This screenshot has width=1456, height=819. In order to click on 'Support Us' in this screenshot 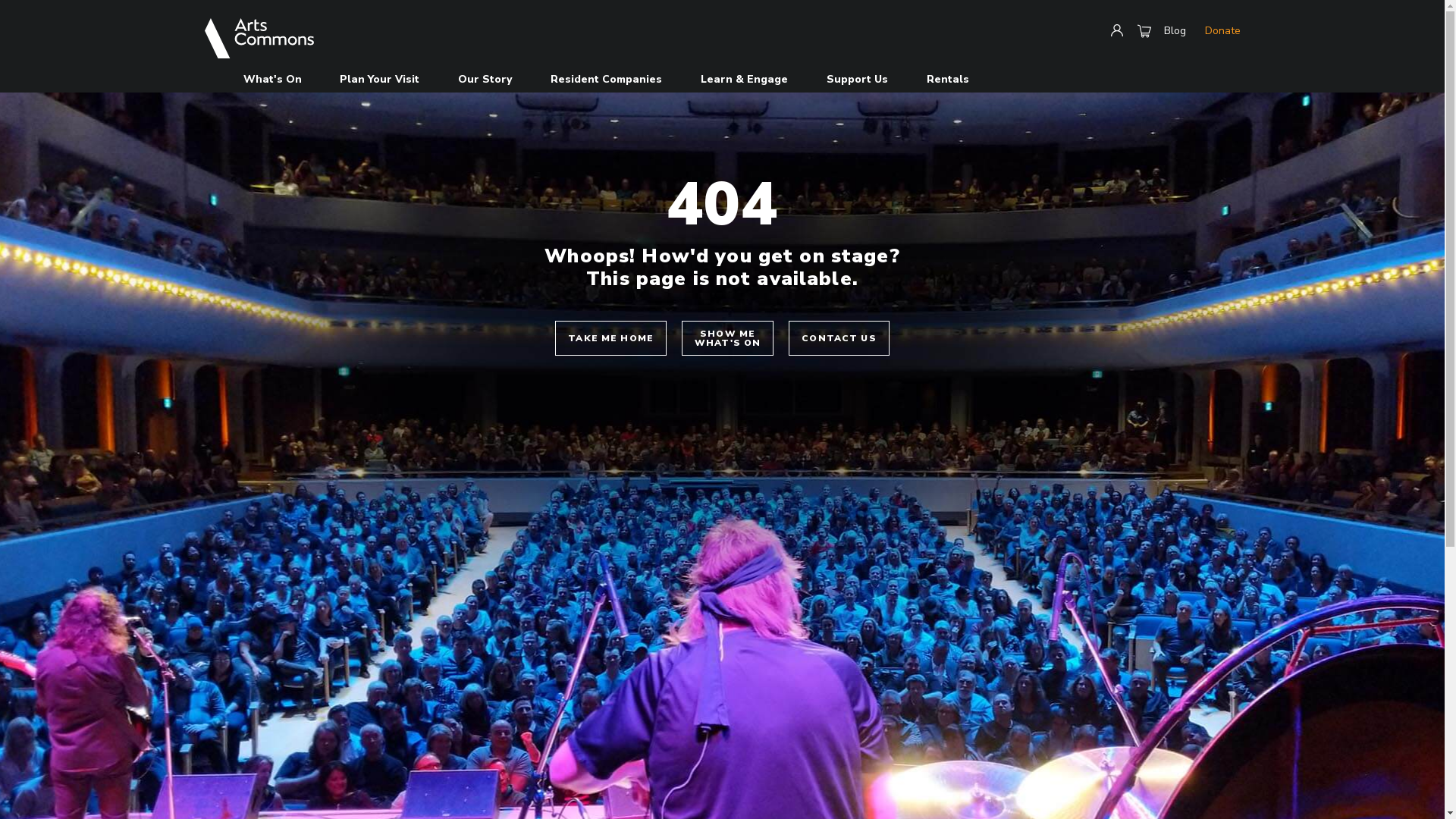, I will do `click(817, 79)`.